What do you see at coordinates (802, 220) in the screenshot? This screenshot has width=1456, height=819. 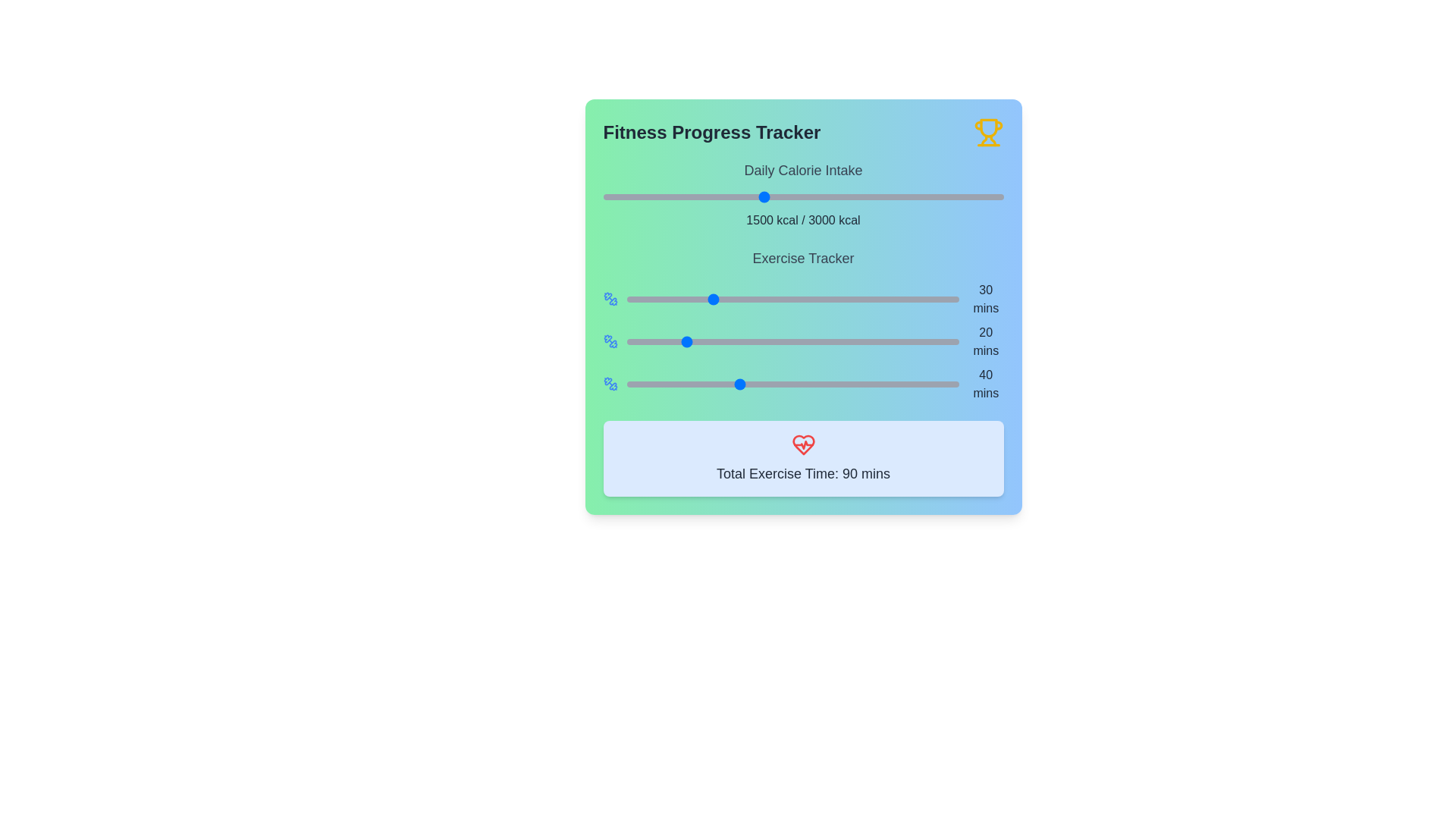 I see `the static text display showing '1500 kcal / 3000 kcal' under the 'Daily Calorie Intake' heading` at bounding box center [802, 220].